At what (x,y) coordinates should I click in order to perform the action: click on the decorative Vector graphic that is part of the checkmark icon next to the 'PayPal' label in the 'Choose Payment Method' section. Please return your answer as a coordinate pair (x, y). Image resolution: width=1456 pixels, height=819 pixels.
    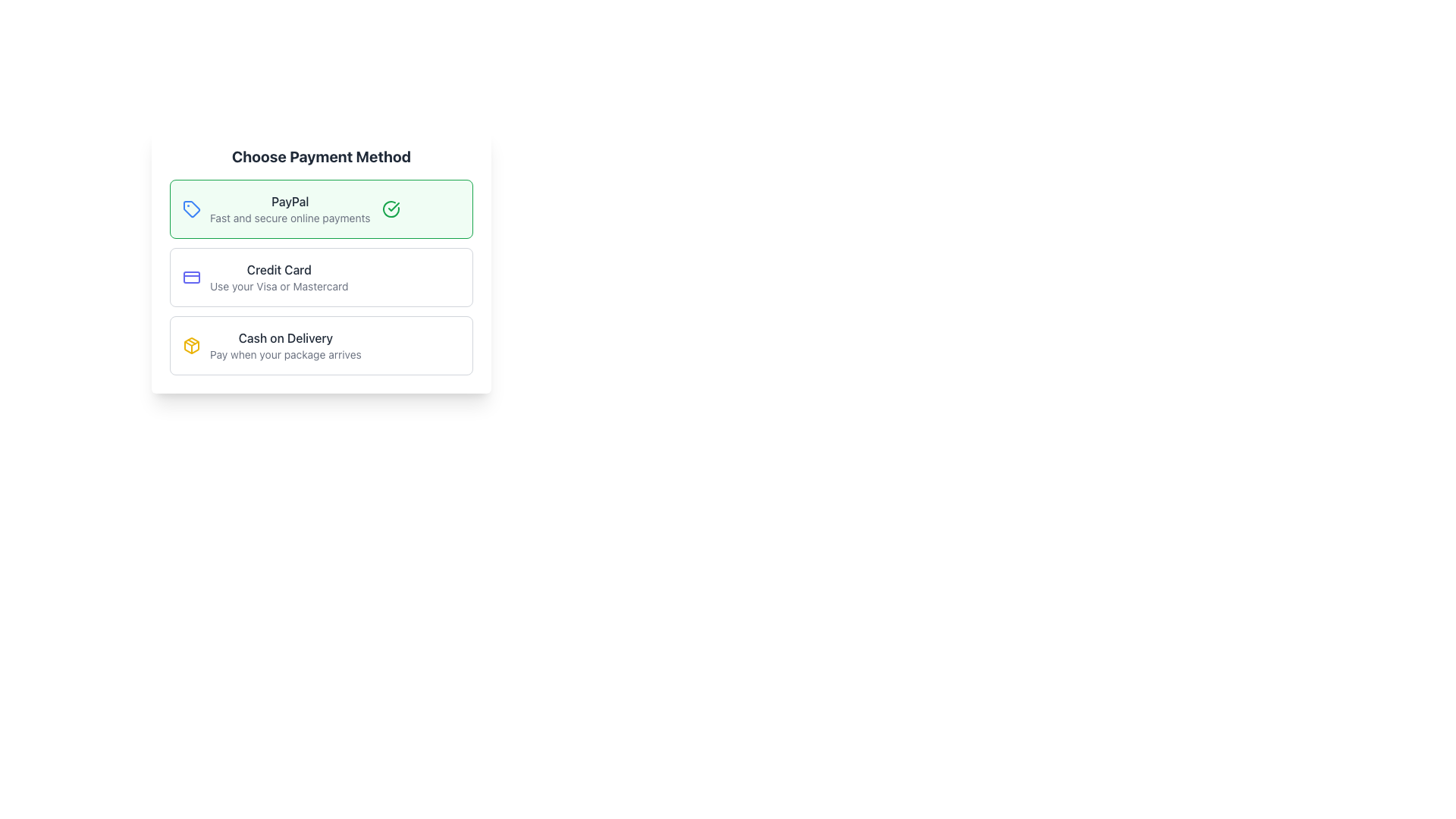
    Looking at the image, I should click on (391, 209).